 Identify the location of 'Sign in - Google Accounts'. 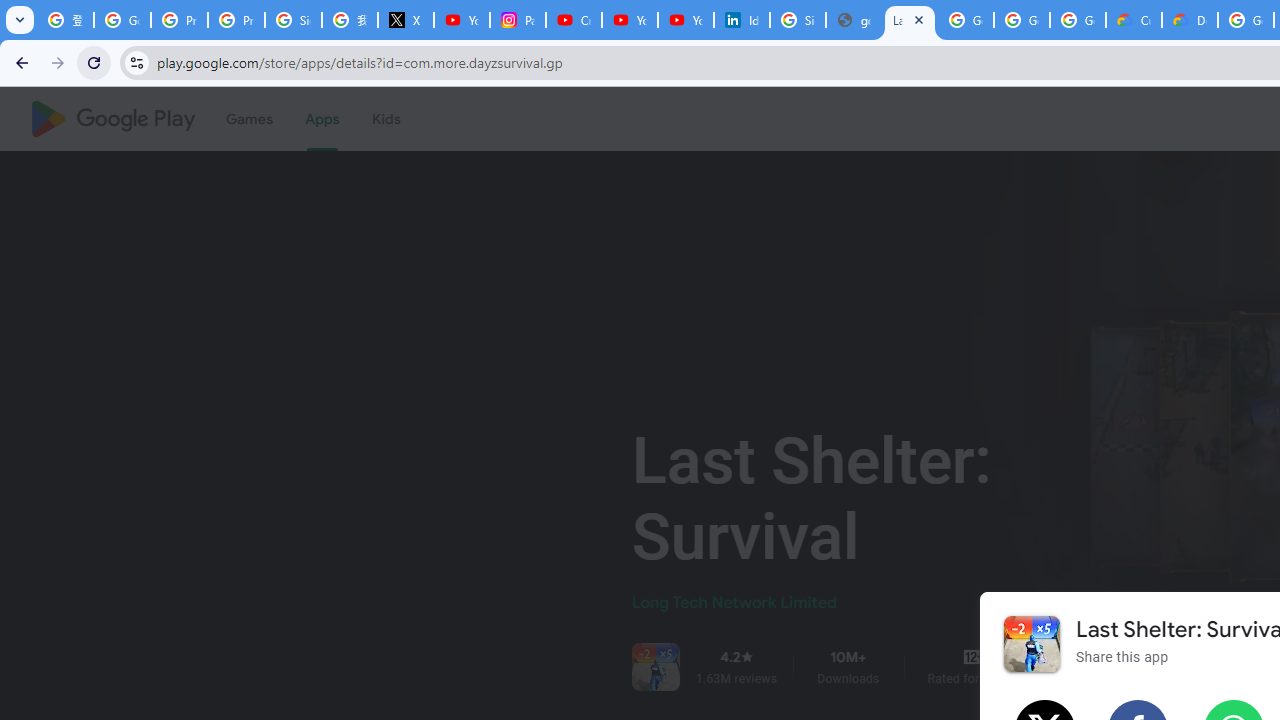
(292, 20).